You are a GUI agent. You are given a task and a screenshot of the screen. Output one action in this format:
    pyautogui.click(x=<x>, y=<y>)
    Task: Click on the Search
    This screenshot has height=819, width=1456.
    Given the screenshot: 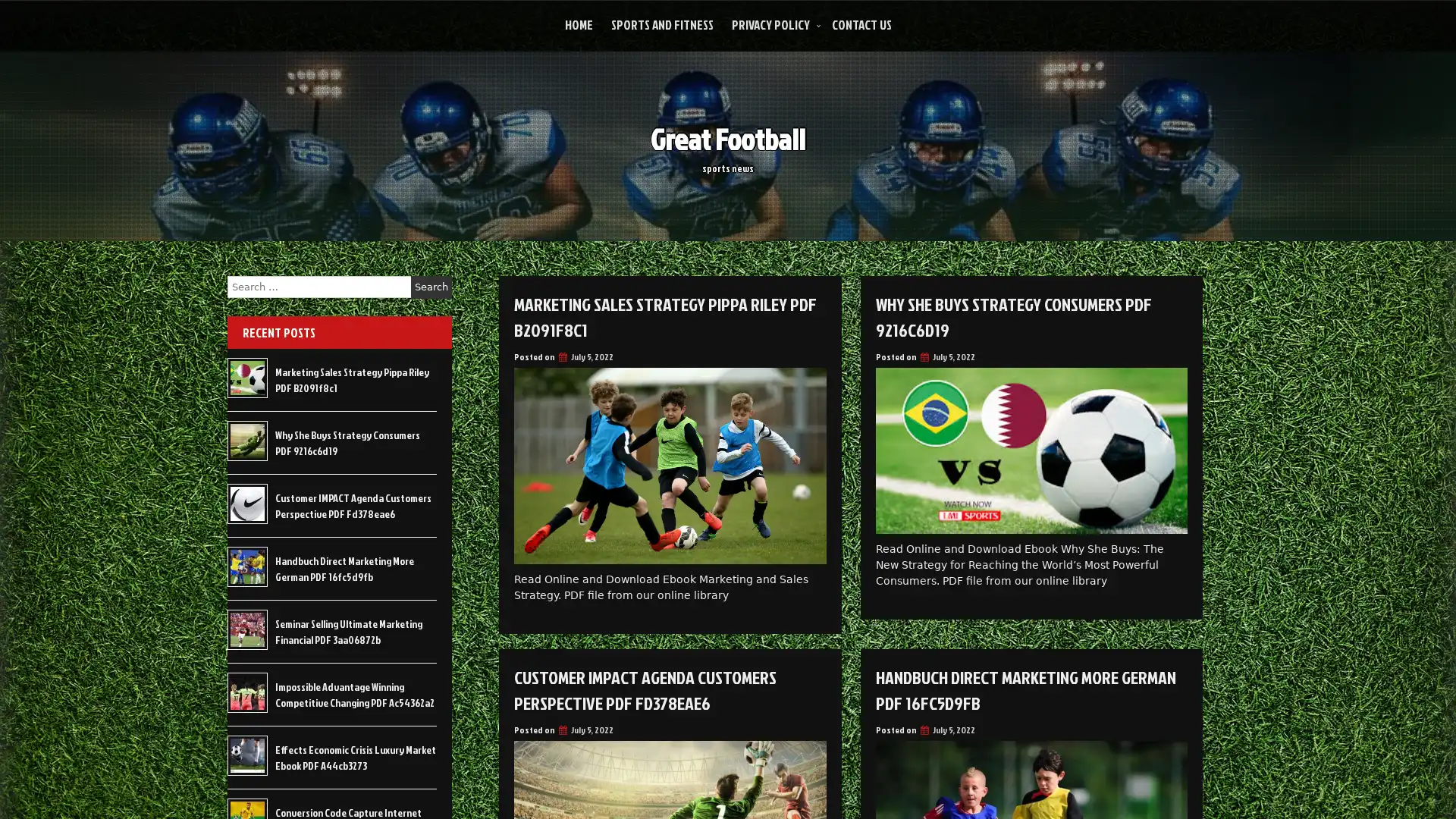 What is the action you would take?
    pyautogui.click(x=431, y=287)
    